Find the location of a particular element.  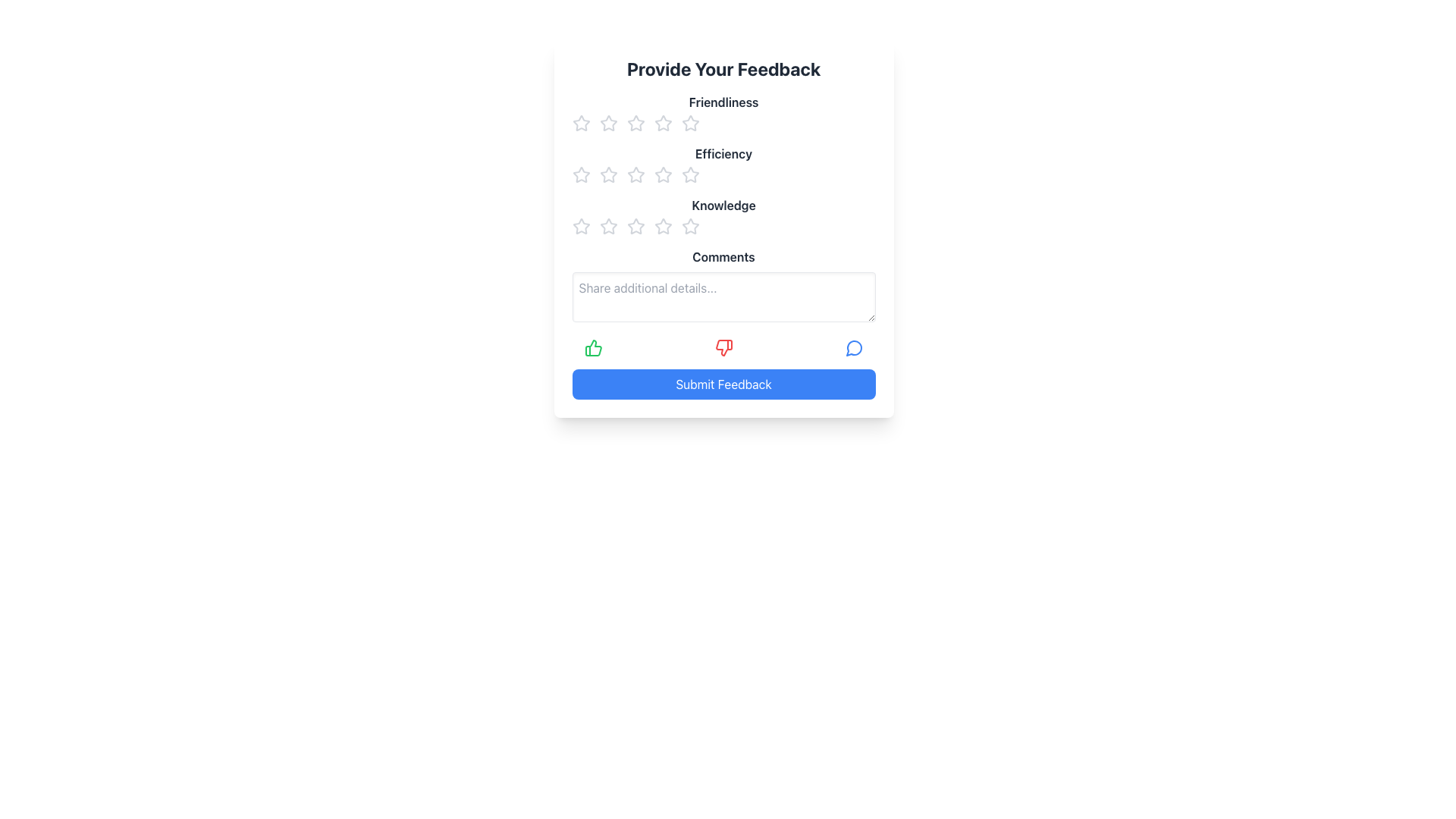

the fifth Rating star icon in light gray within the second row of the feedback form to rate the 'Efficiency' criterion at five is located at coordinates (689, 174).